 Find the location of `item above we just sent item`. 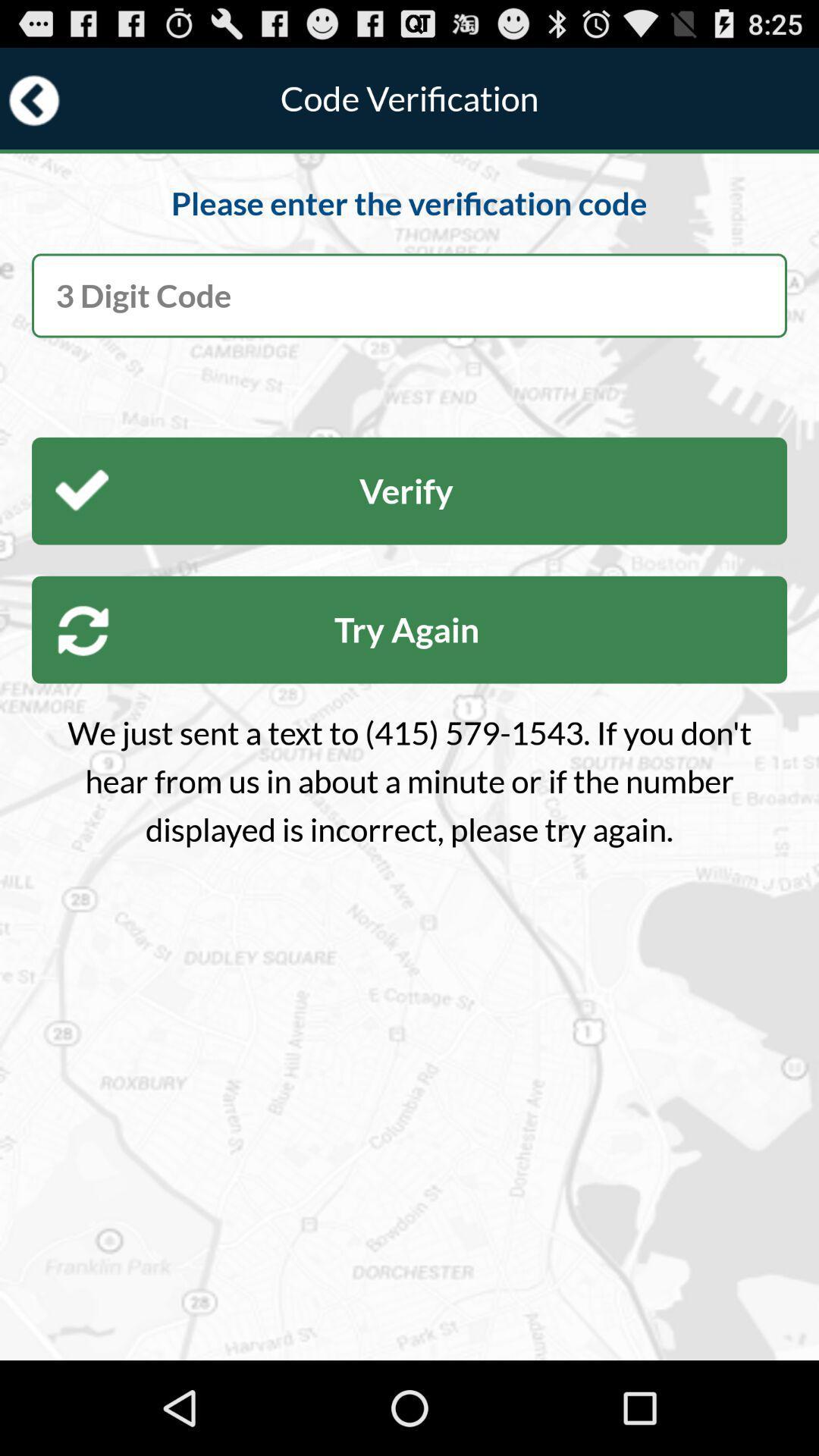

item above we just sent item is located at coordinates (409, 629).